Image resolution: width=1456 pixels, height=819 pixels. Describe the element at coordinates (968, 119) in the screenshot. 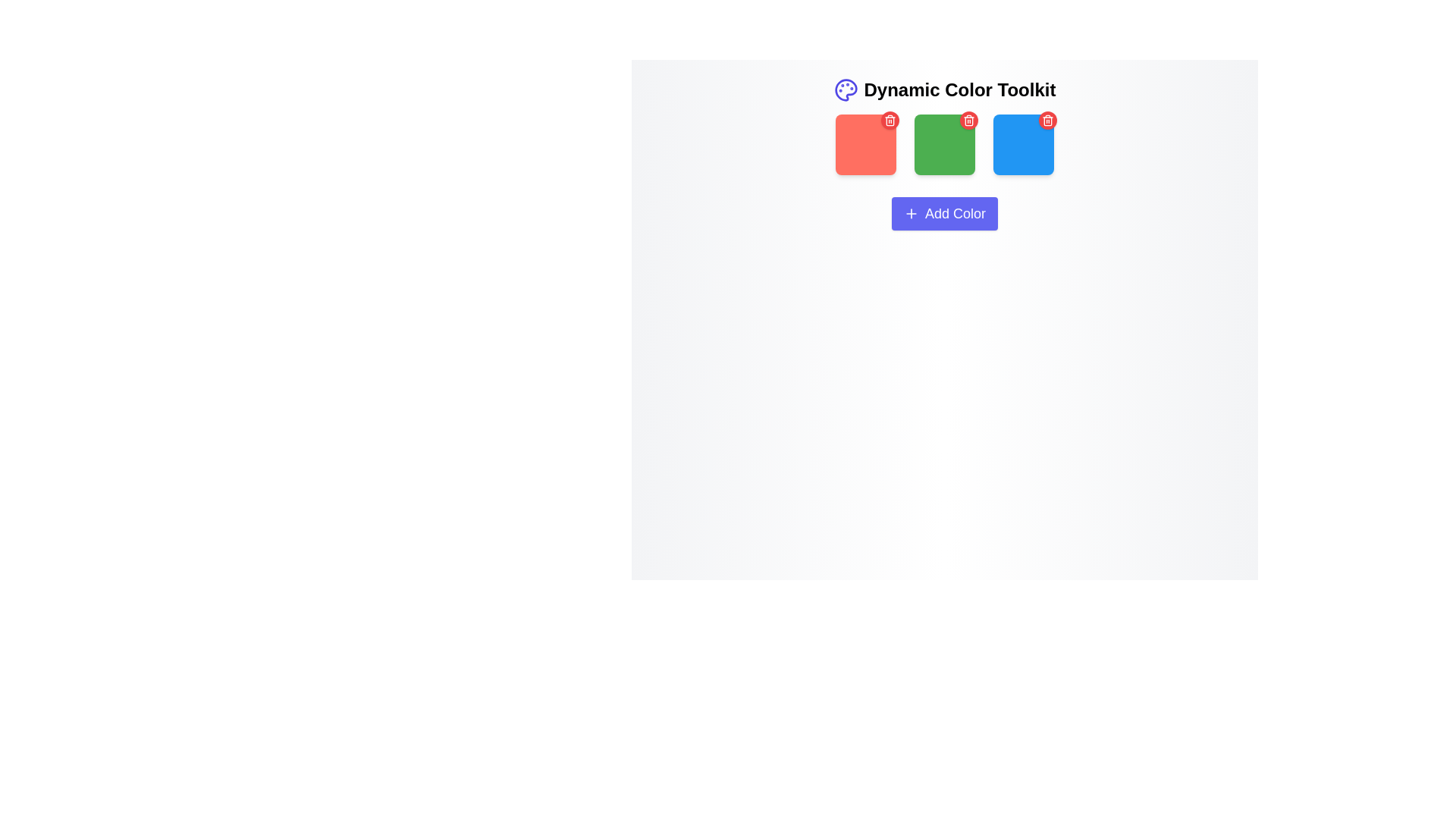

I see `the trash can icon button with a red background located at the upper right corner of the green color tile` at that location.